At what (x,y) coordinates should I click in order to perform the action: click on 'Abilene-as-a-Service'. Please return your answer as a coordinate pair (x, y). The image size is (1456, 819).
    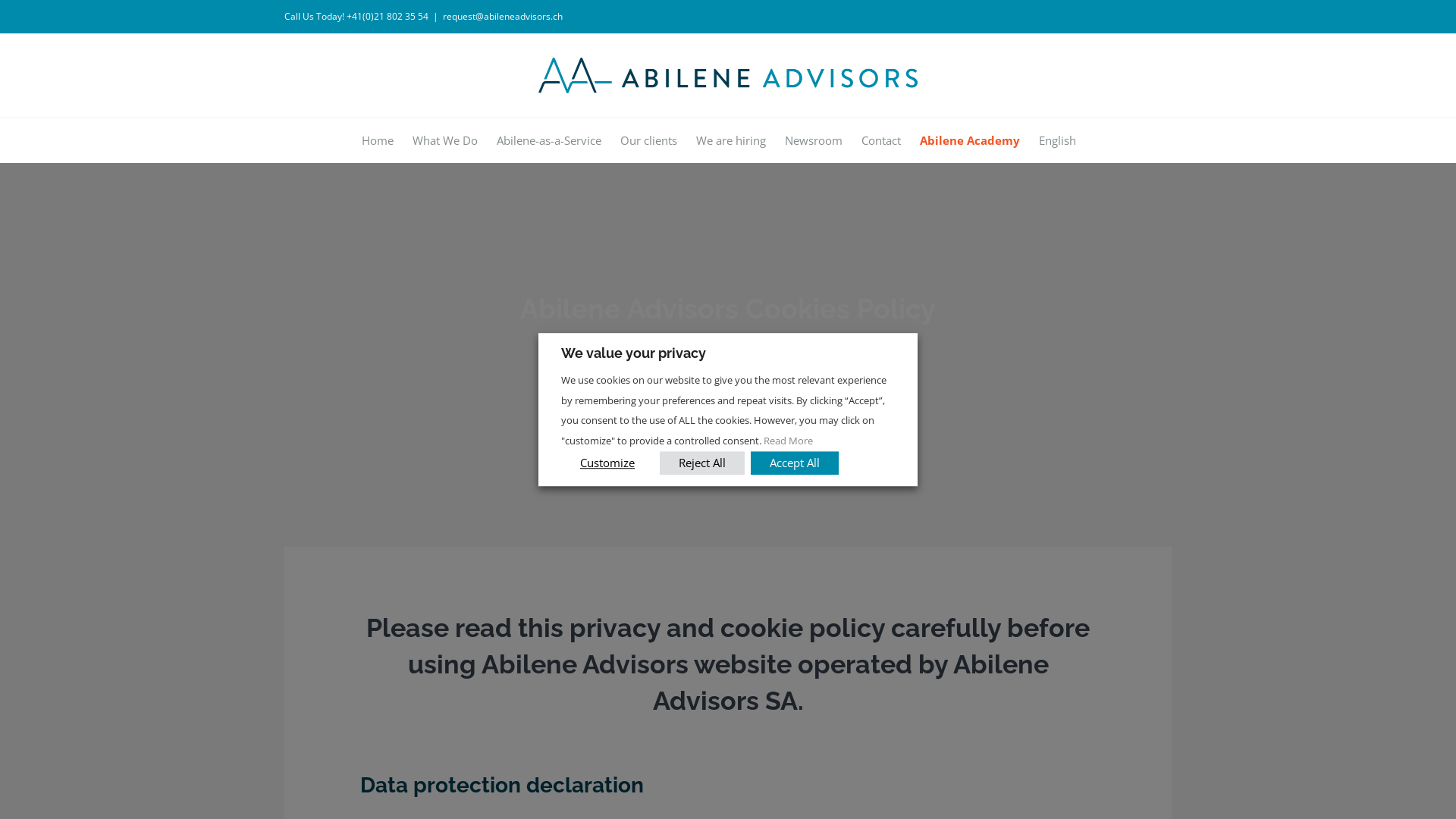
    Looking at the image, I should click on (548, 139).